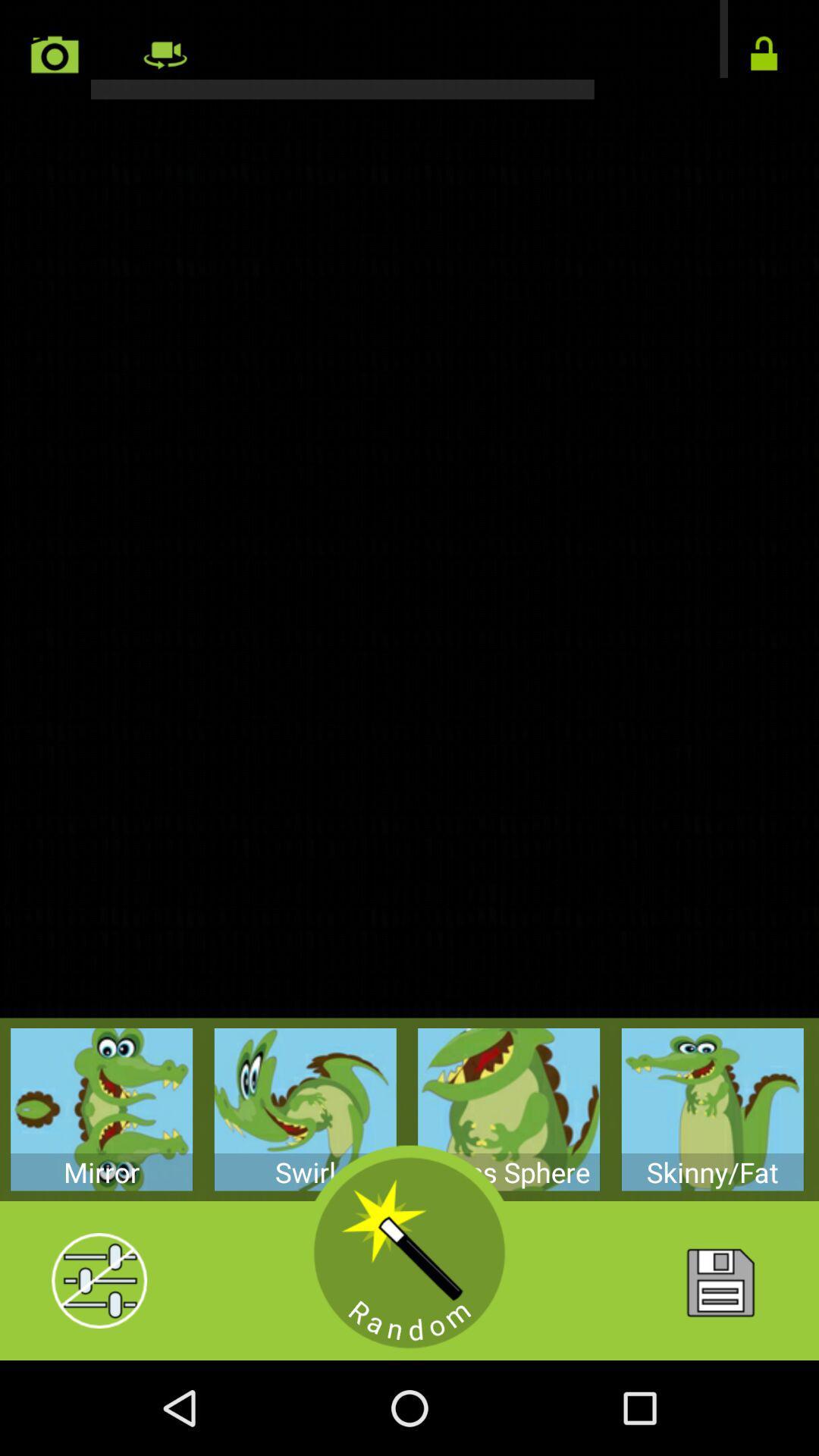 This screenshot has width=819, height=1456. I want to click on camera, so click(54, 55).